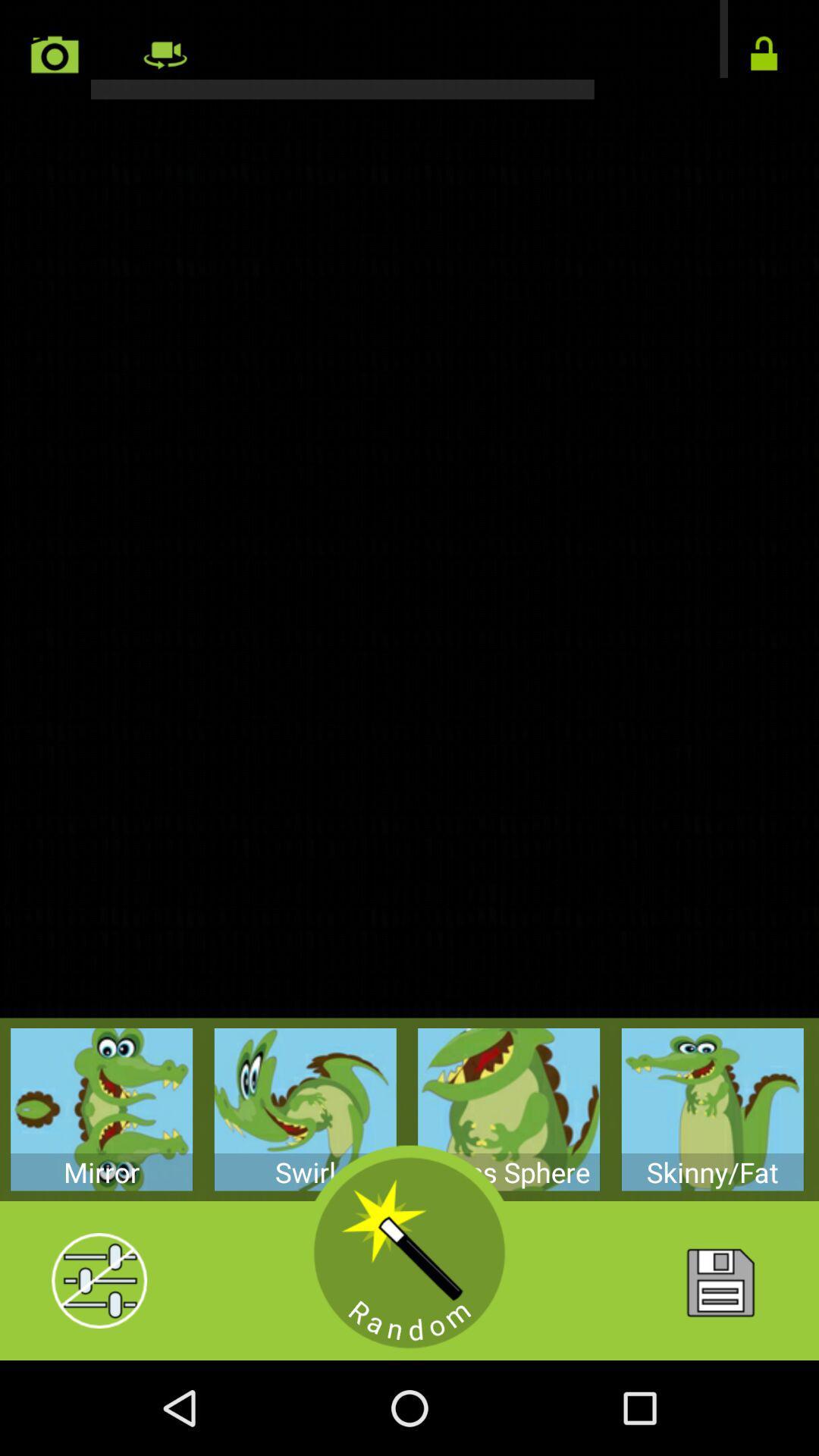 This screenshot has width=819, height=1456. I want to click on camera, so click(54, 55).